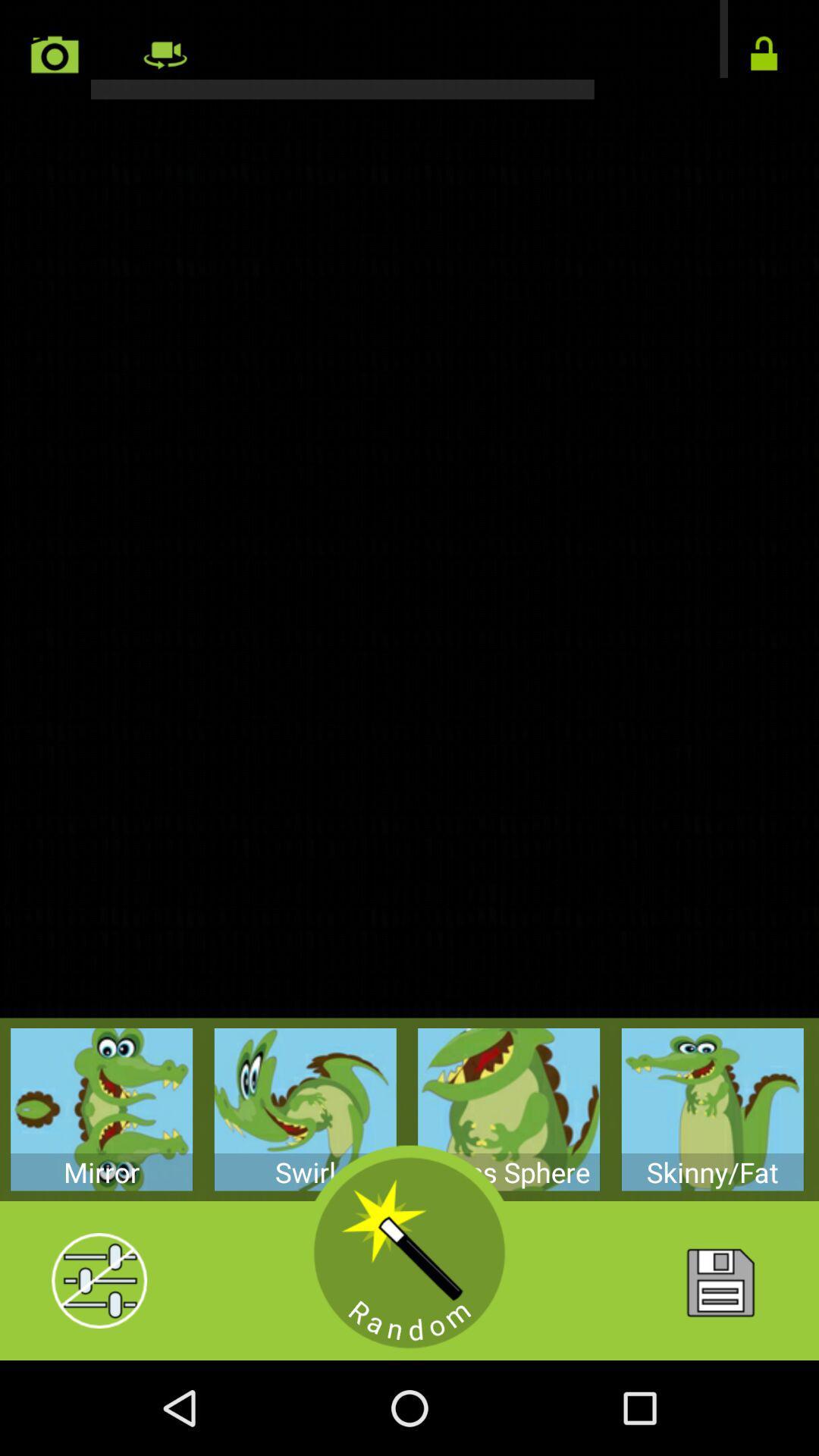 This screenshot has width=819, height=1456. I want to click on camera, so click(54, 55).